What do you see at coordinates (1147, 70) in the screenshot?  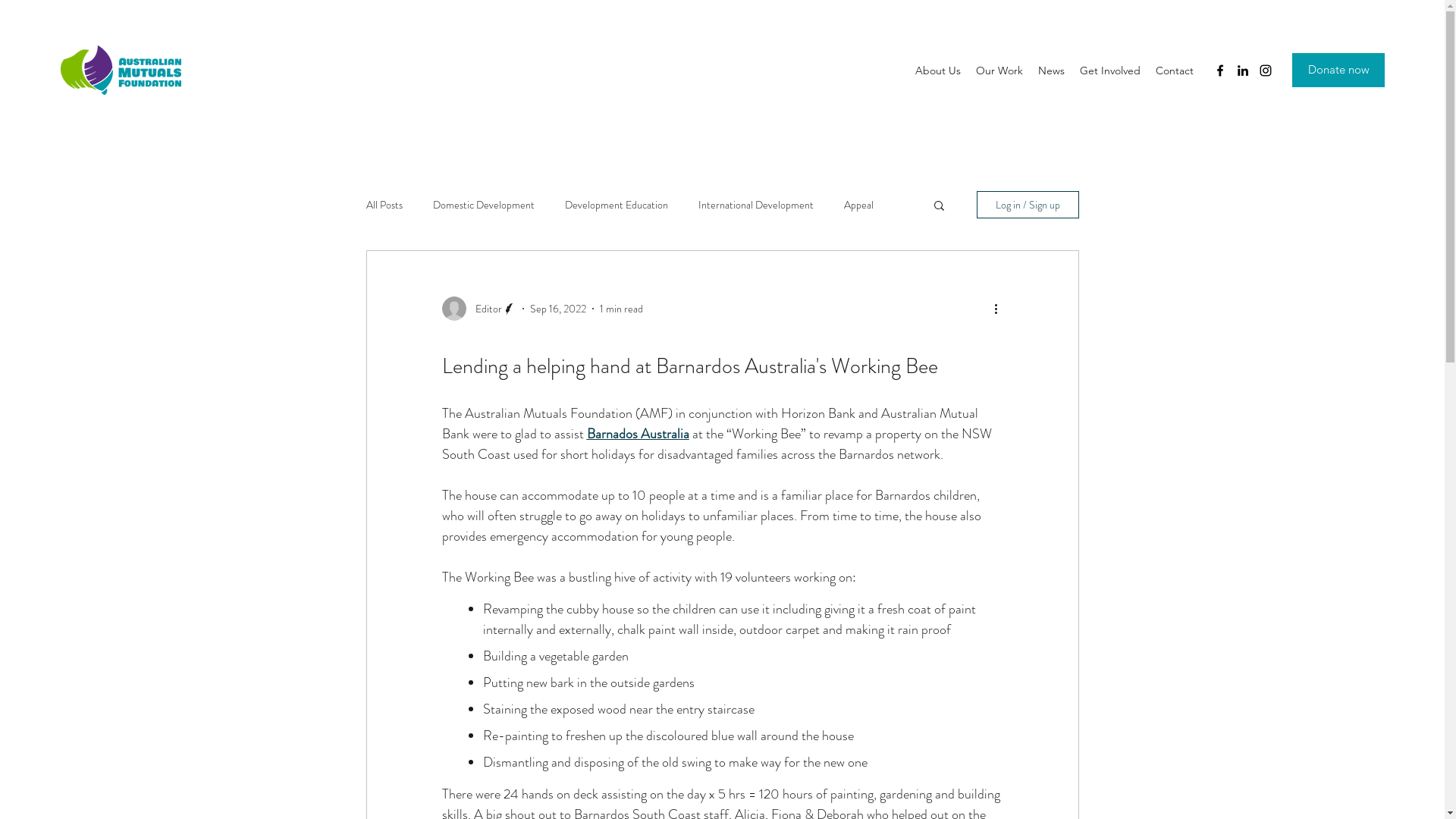 I see `'Contact'` at bounding box center [1147, 70].